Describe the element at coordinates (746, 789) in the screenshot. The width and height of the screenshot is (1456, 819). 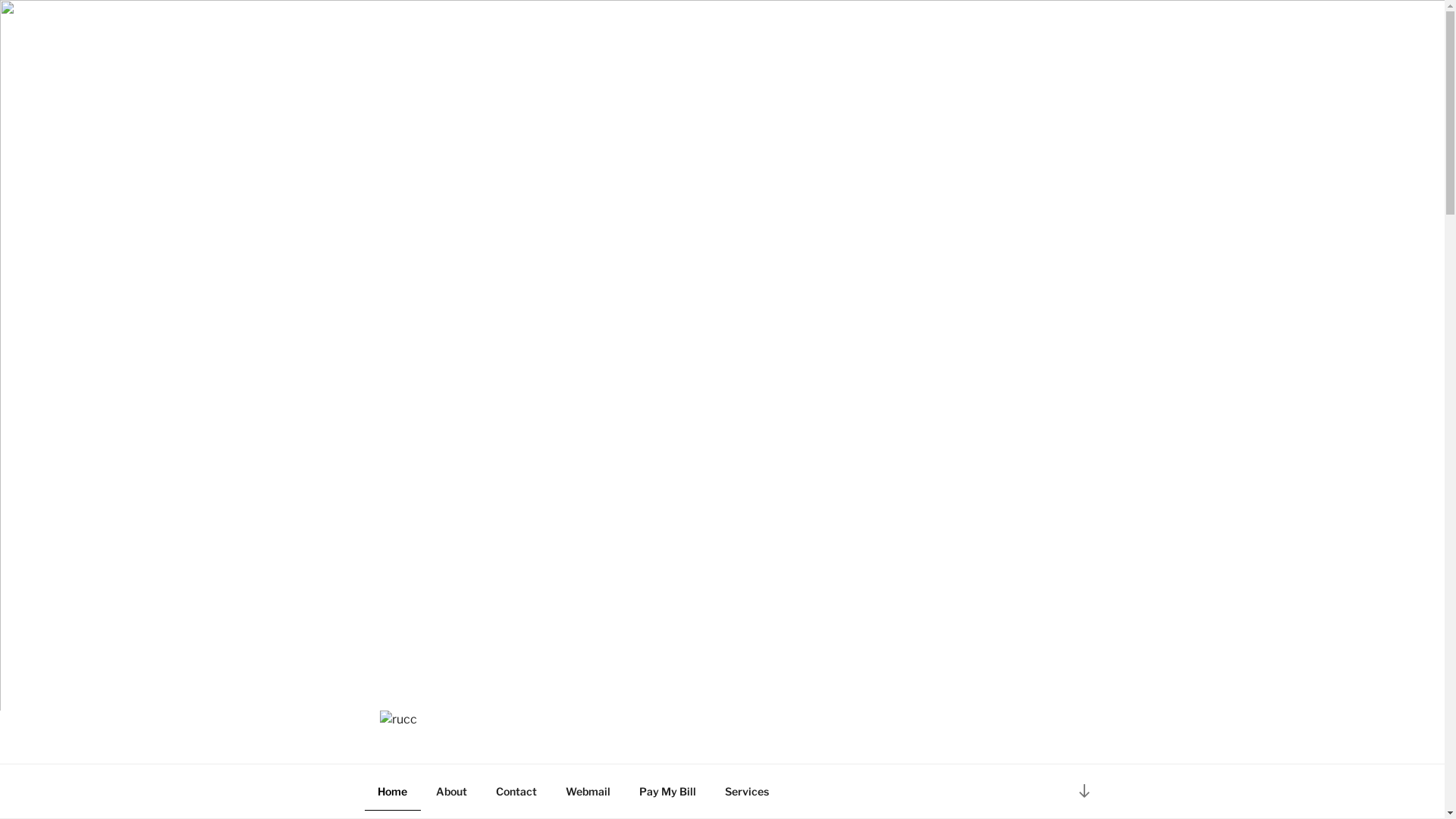
I see `'Services'` at that location.